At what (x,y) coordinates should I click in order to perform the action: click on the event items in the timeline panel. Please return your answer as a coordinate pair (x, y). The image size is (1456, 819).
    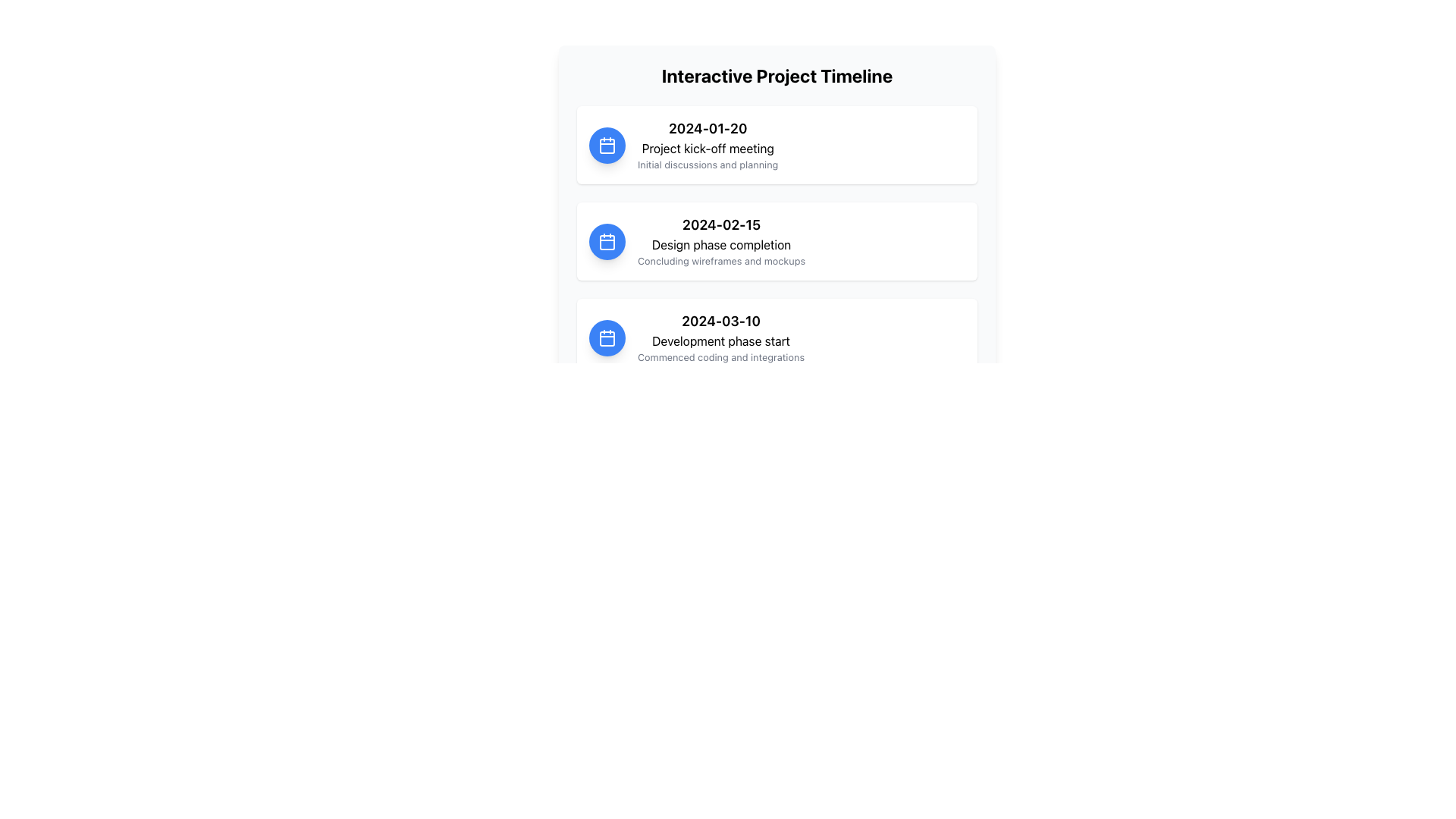
    Looking at the image, I should click on (777, 243).